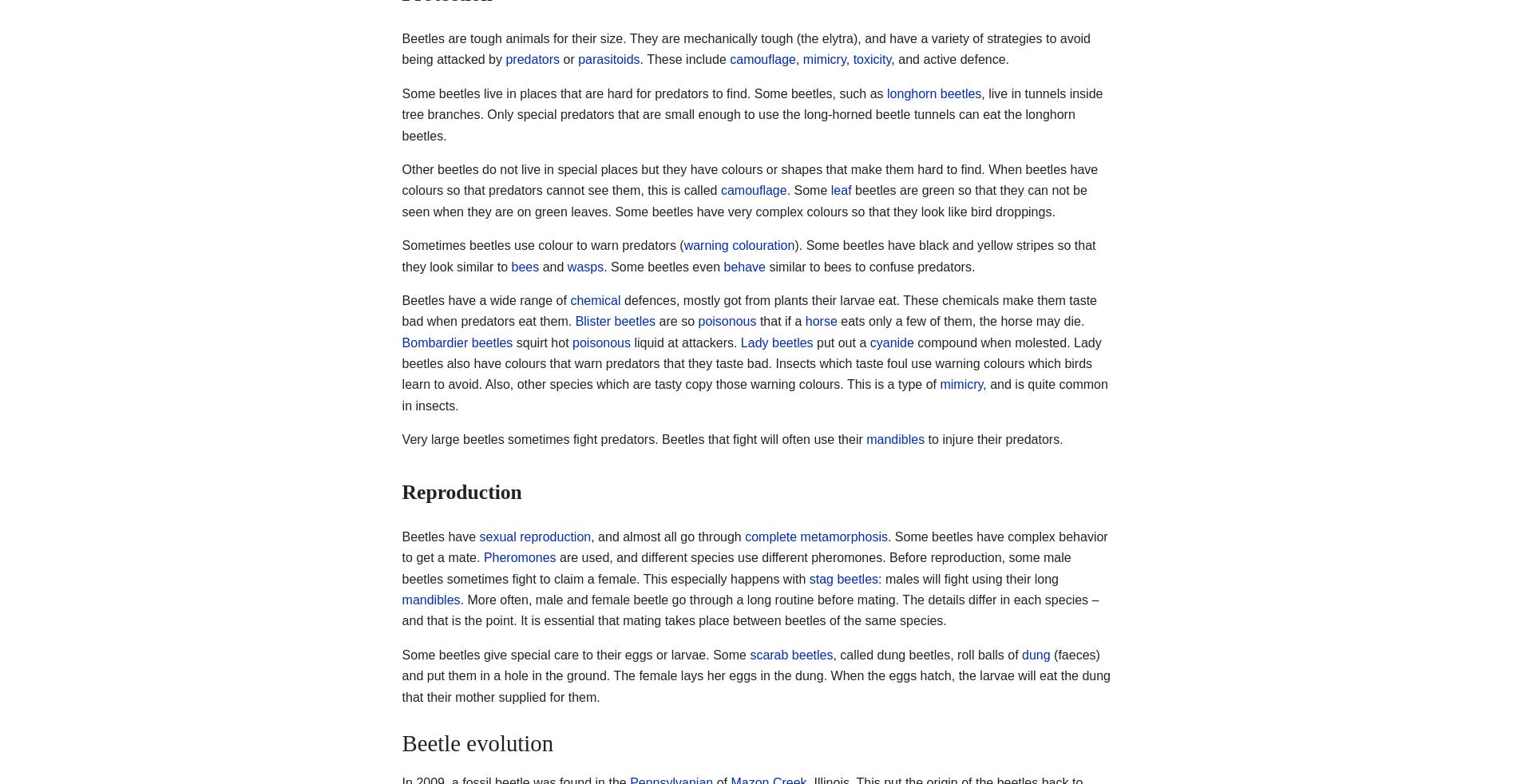  Describe the element at coordinates (751, 362) in the screenshot. I see `'compound when molested. Lady beetles also have colours that warn predators that they taste bad. Insects which taste foul use warning colours which birds learn to avoid. Also, other species which are tasty copy those warning colours. This is a type of'` at that location.